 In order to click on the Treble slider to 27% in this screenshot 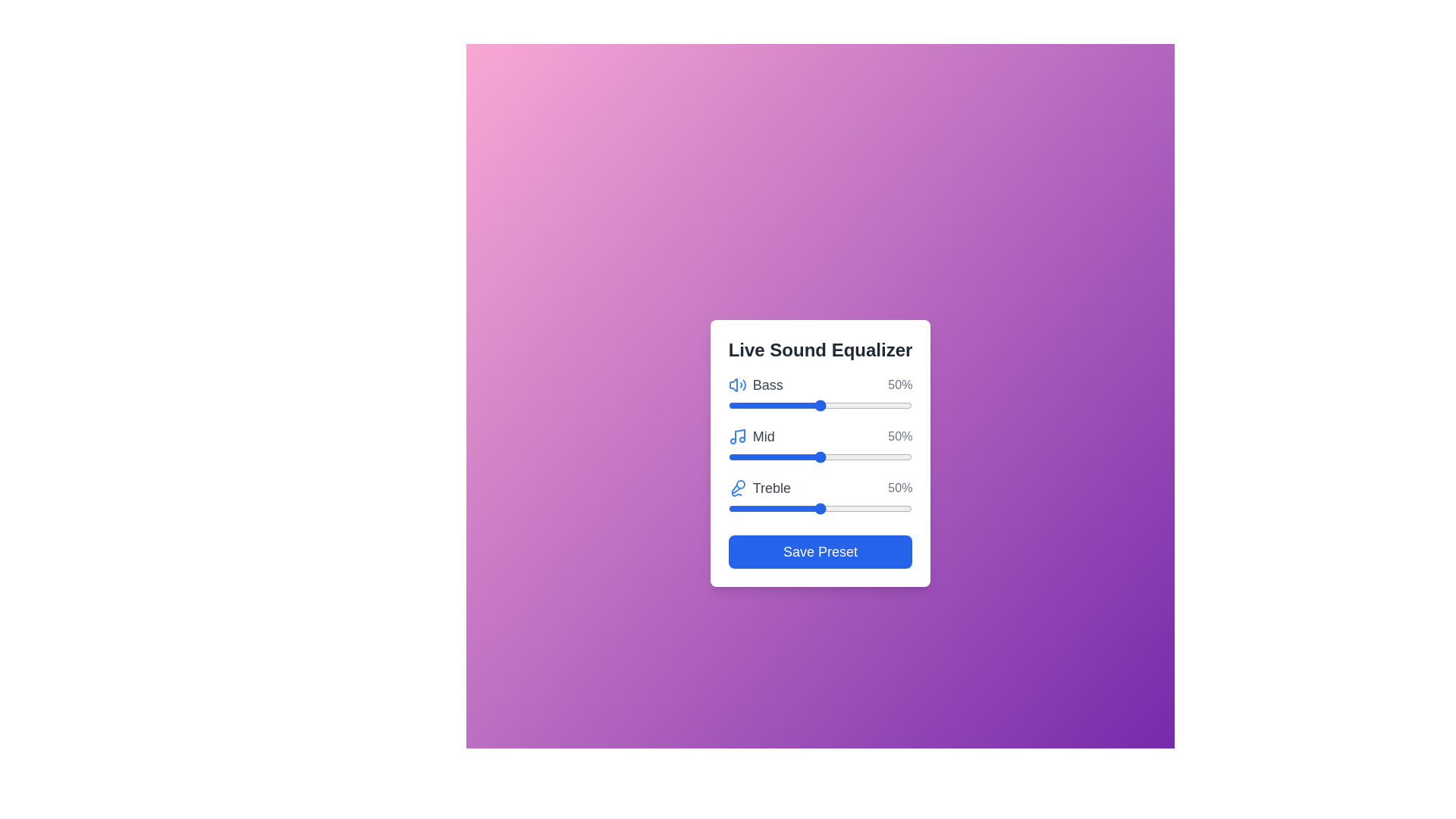, I will do `click(778, 509)`.